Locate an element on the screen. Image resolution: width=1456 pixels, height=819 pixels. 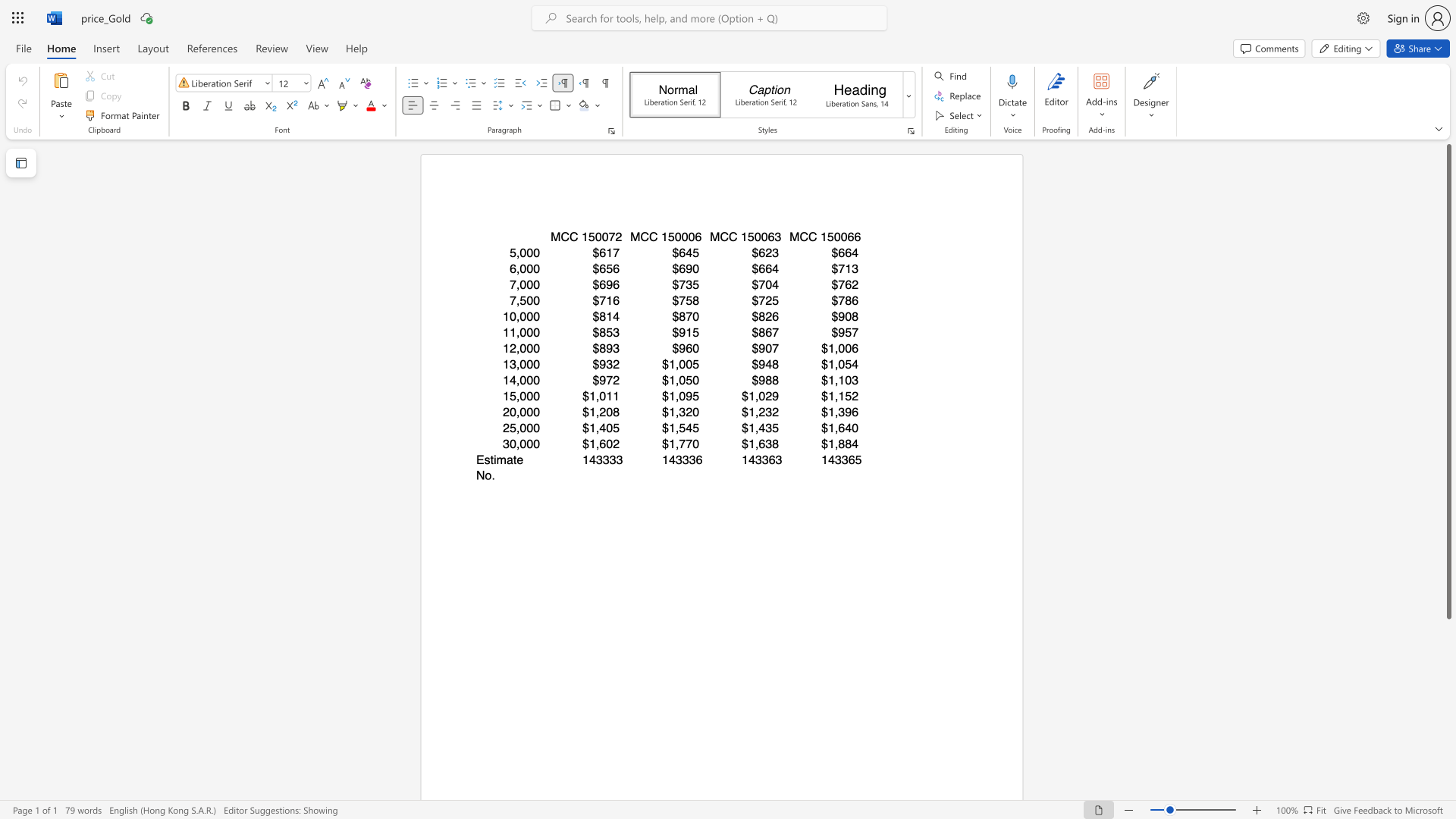
the scrollbar to slide the page down is located at coordinates (1448, 795).